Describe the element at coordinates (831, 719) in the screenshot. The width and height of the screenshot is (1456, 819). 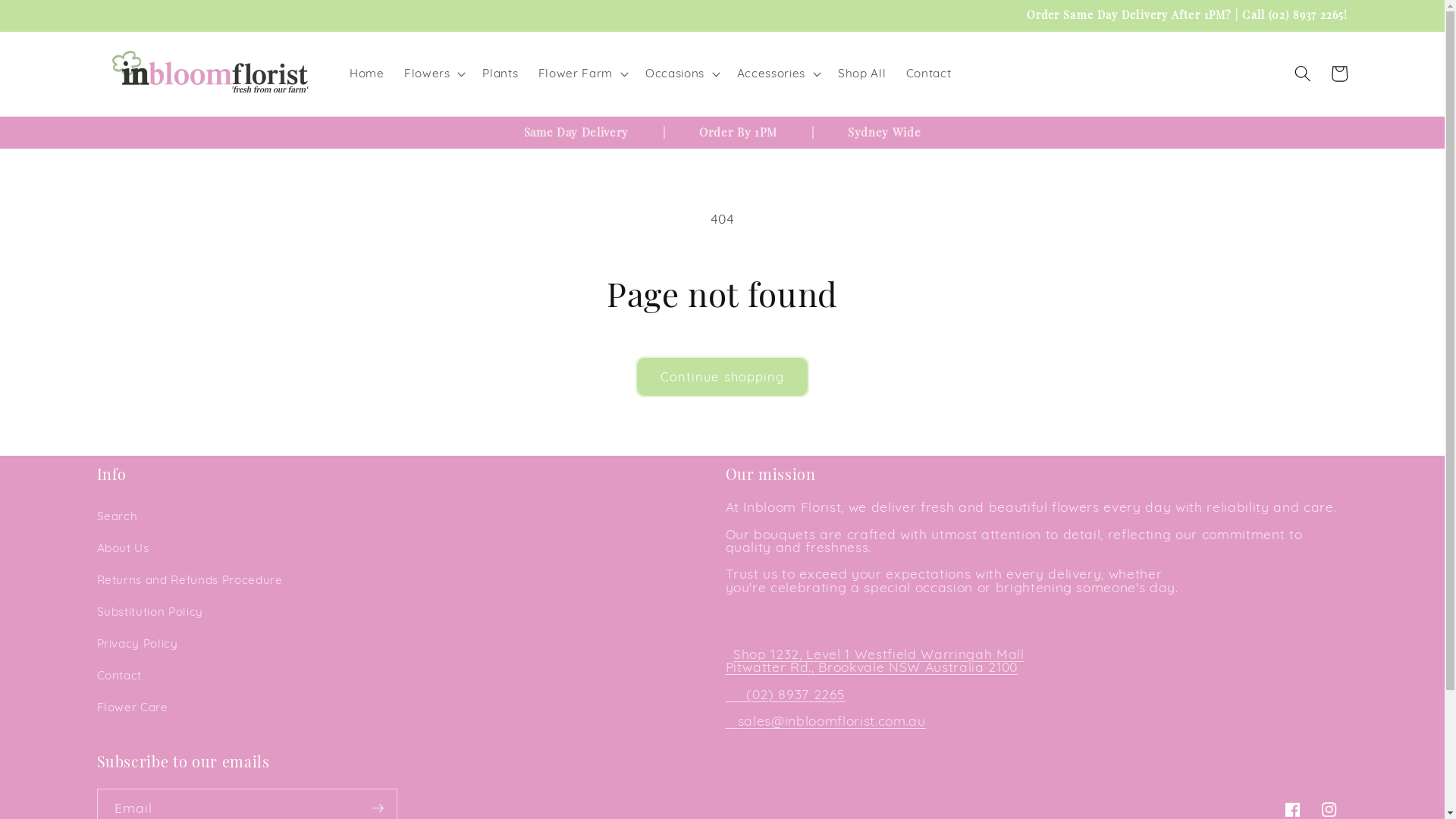
I see `'sales@inbloomflorist.com.au'` at that location.